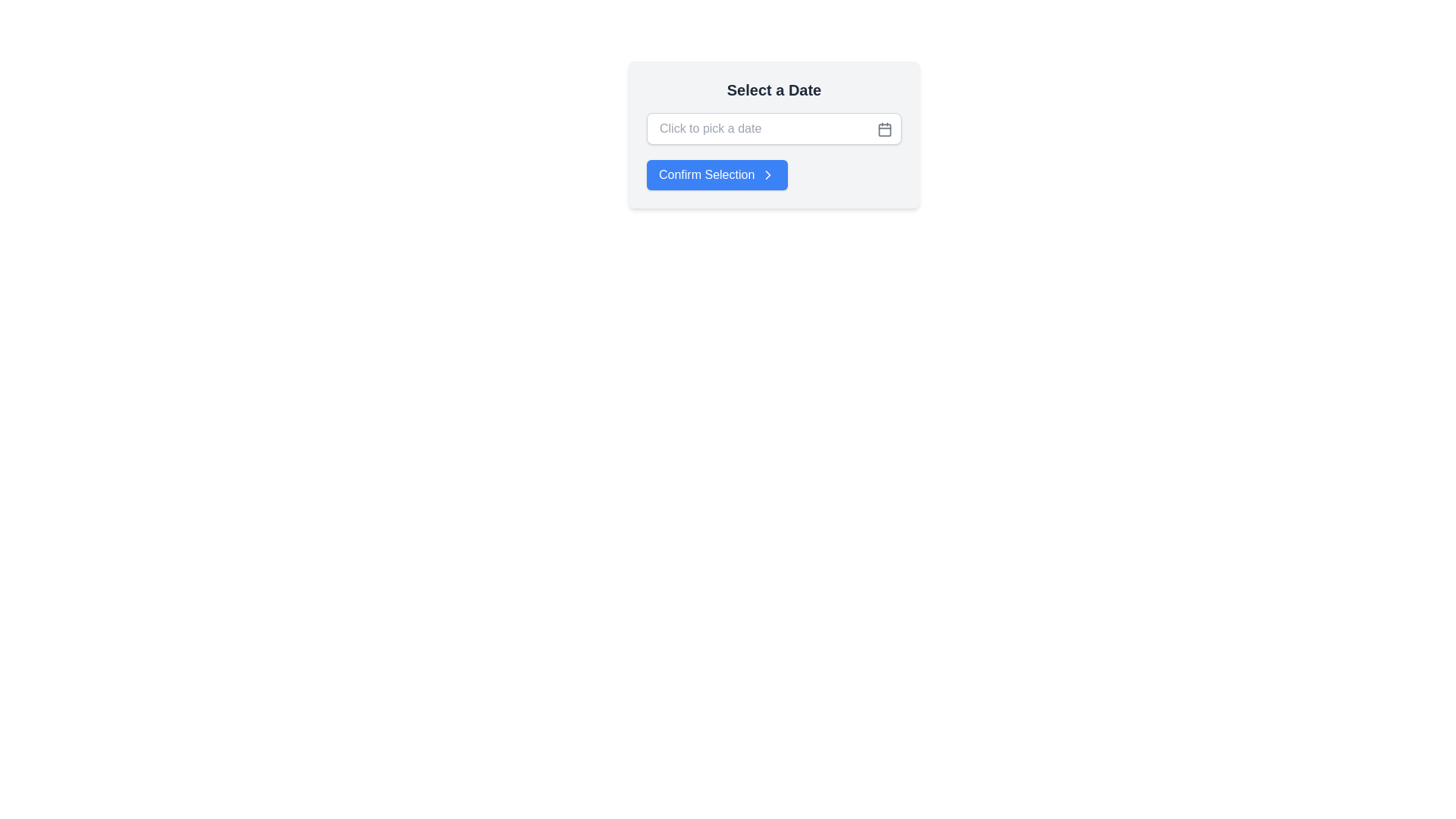 The width and height of the screenshot is (1456, 819). I want to click on the confirmation button located at the lower center of the modal box, directly below the text 'Click to pick a date', to confirm the selection, so click(774, 174).